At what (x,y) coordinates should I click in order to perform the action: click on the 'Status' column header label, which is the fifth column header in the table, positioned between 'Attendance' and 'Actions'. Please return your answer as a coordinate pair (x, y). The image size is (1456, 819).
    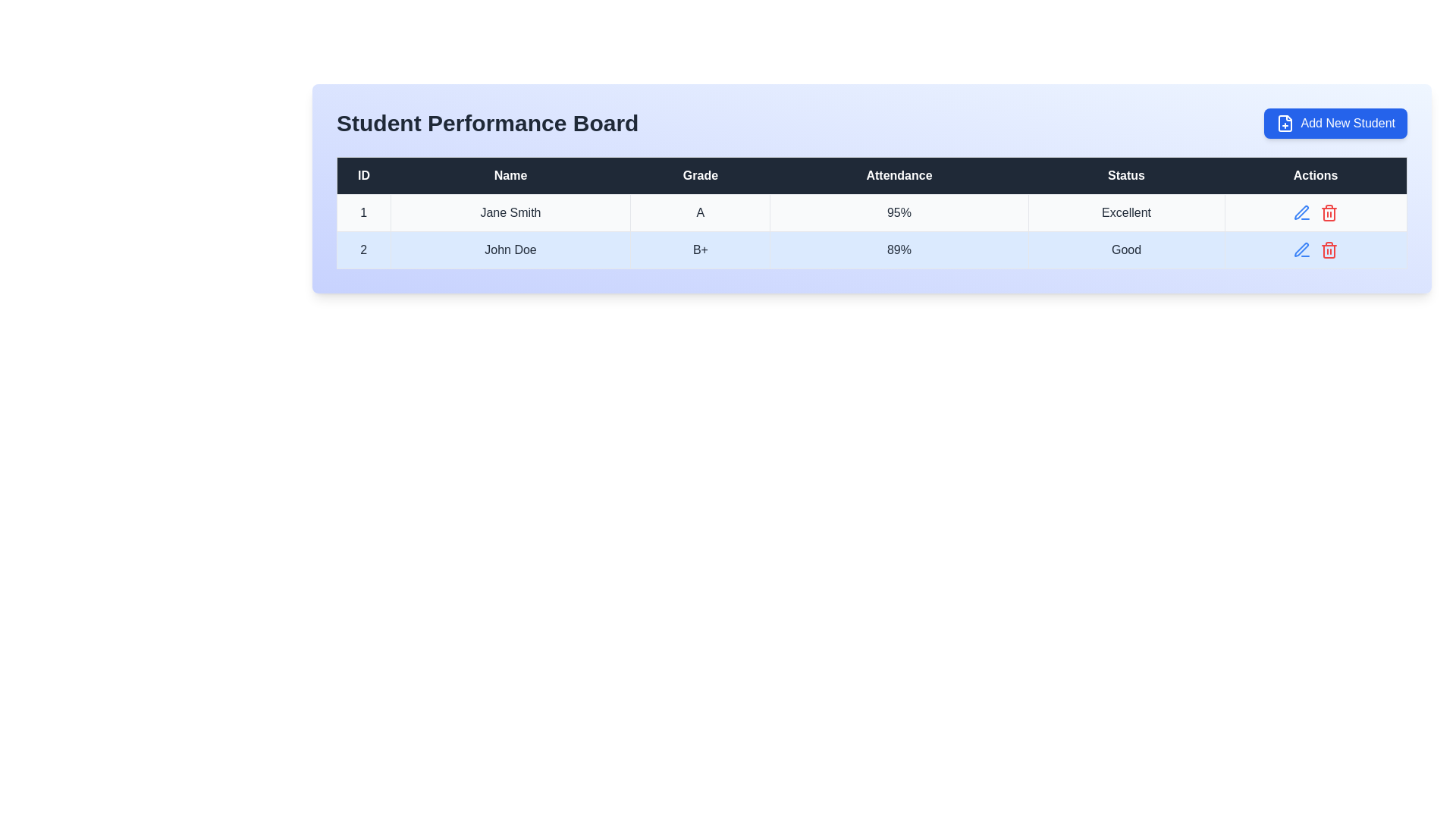
    Looking at the image, I should click on (1126, 174).